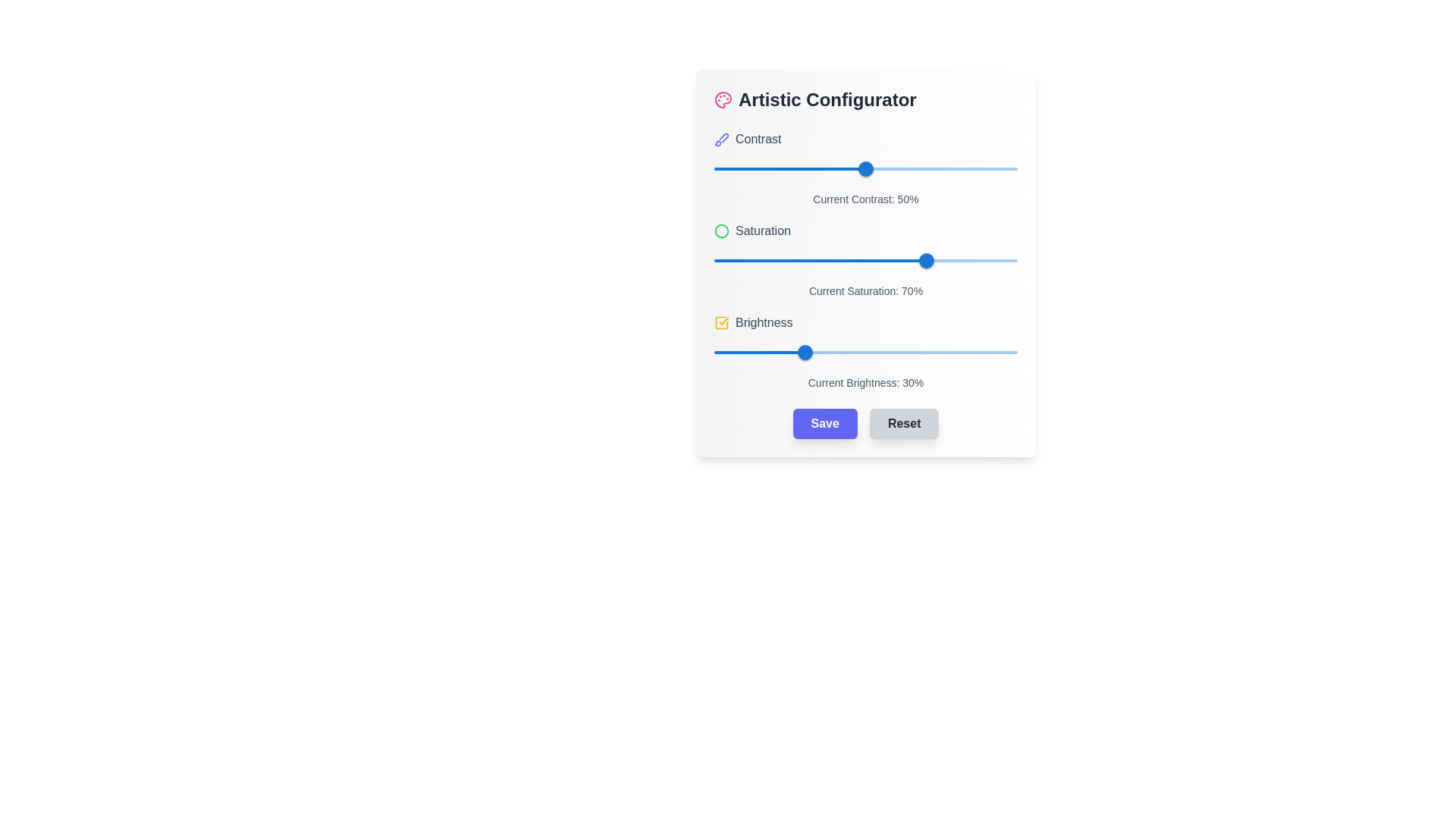 This screenshot has width=1456, height=819. What do you see at coordinates (758, 140) in the screenshot?
I see `the 'Contrast' label that displays the text in gray color, positioned to the right of the indigo brush icon within the 'Artistic Configurator' control box` at bounding box center [758, 140].